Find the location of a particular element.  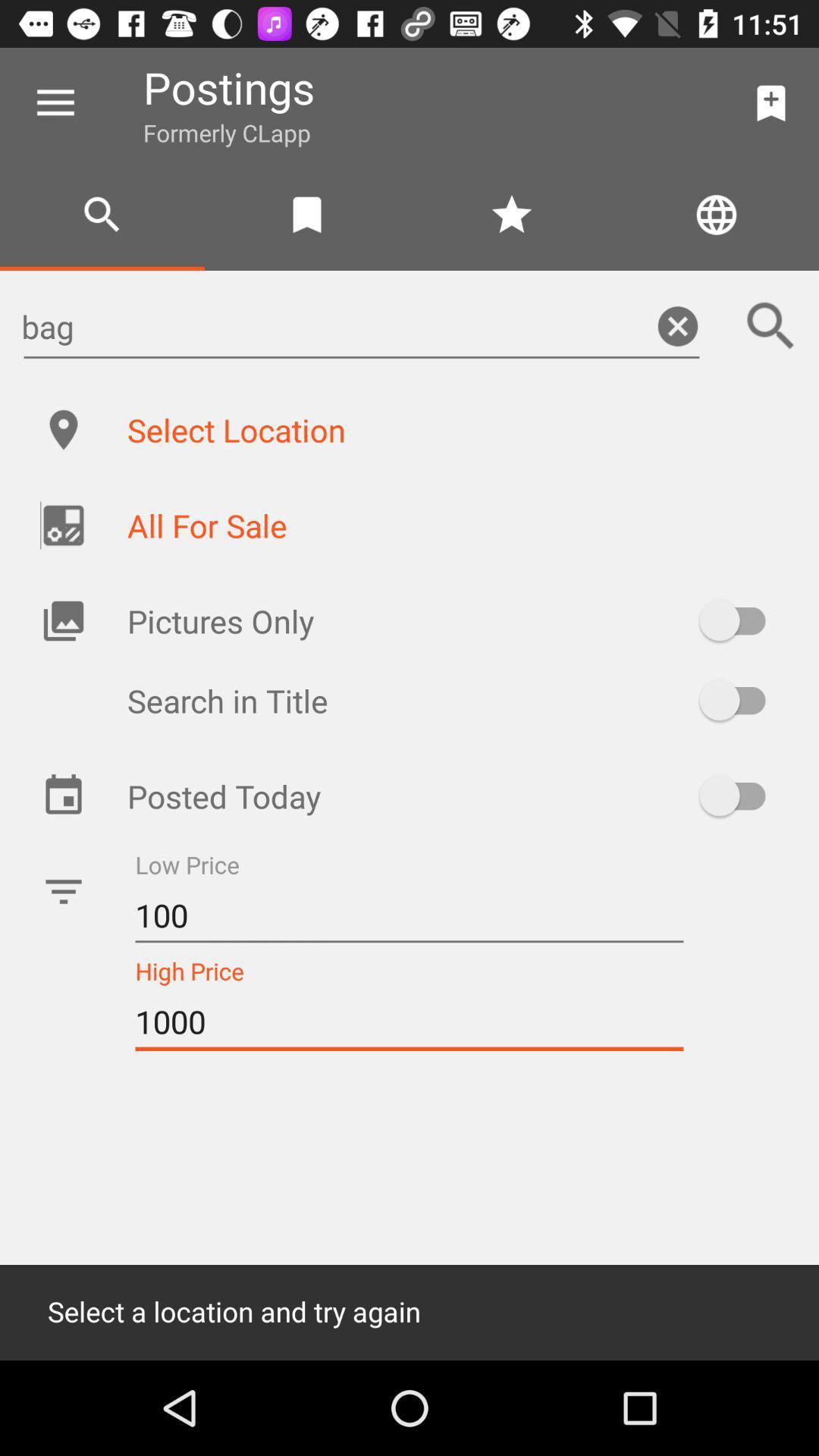

activate warning is located at coordinates (739, 795).